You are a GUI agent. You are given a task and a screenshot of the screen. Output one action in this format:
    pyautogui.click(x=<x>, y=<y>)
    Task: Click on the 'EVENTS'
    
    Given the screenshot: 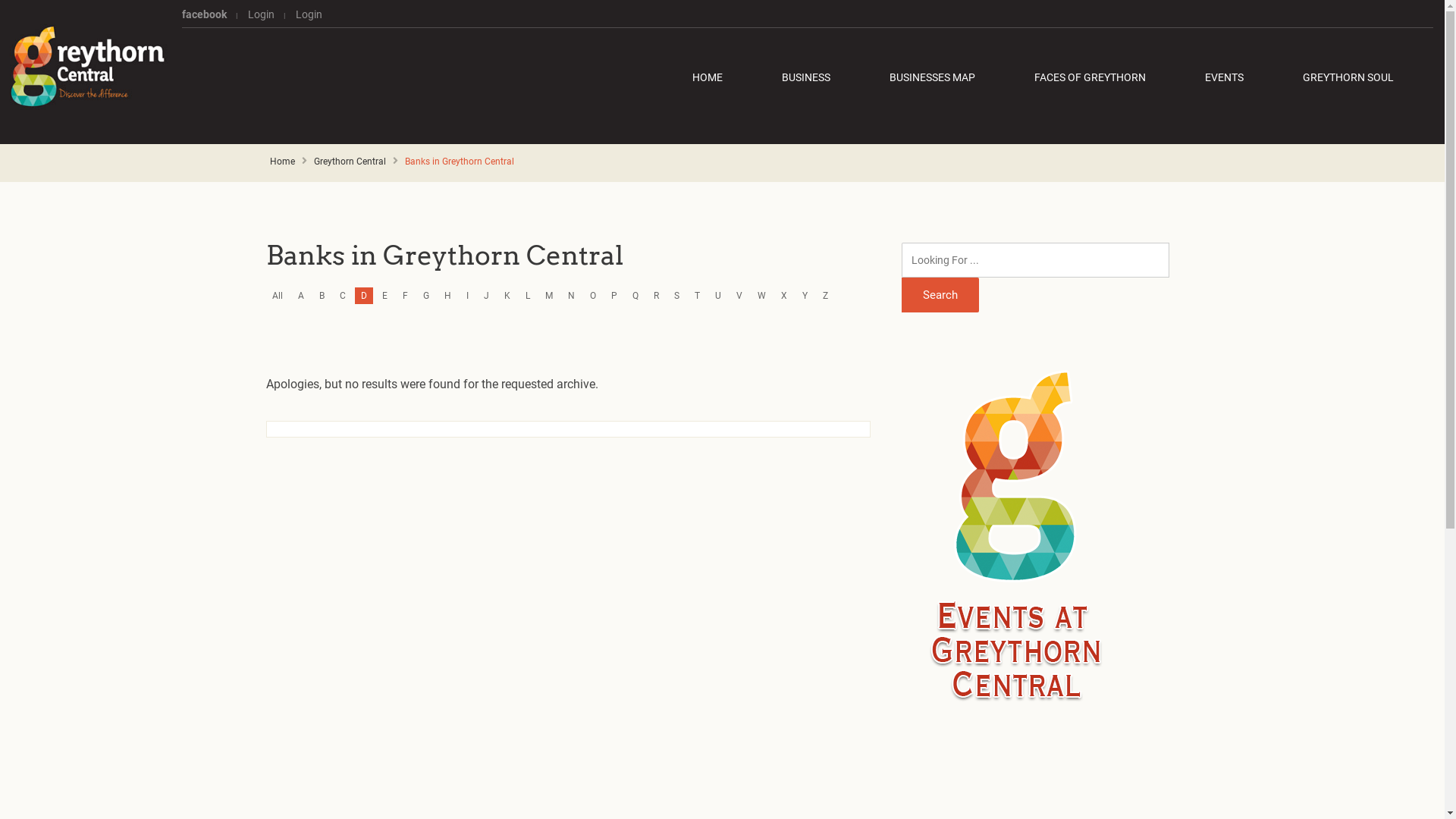 What is the action you would take?
    pyautogui.click(x=1224, y=77)
    